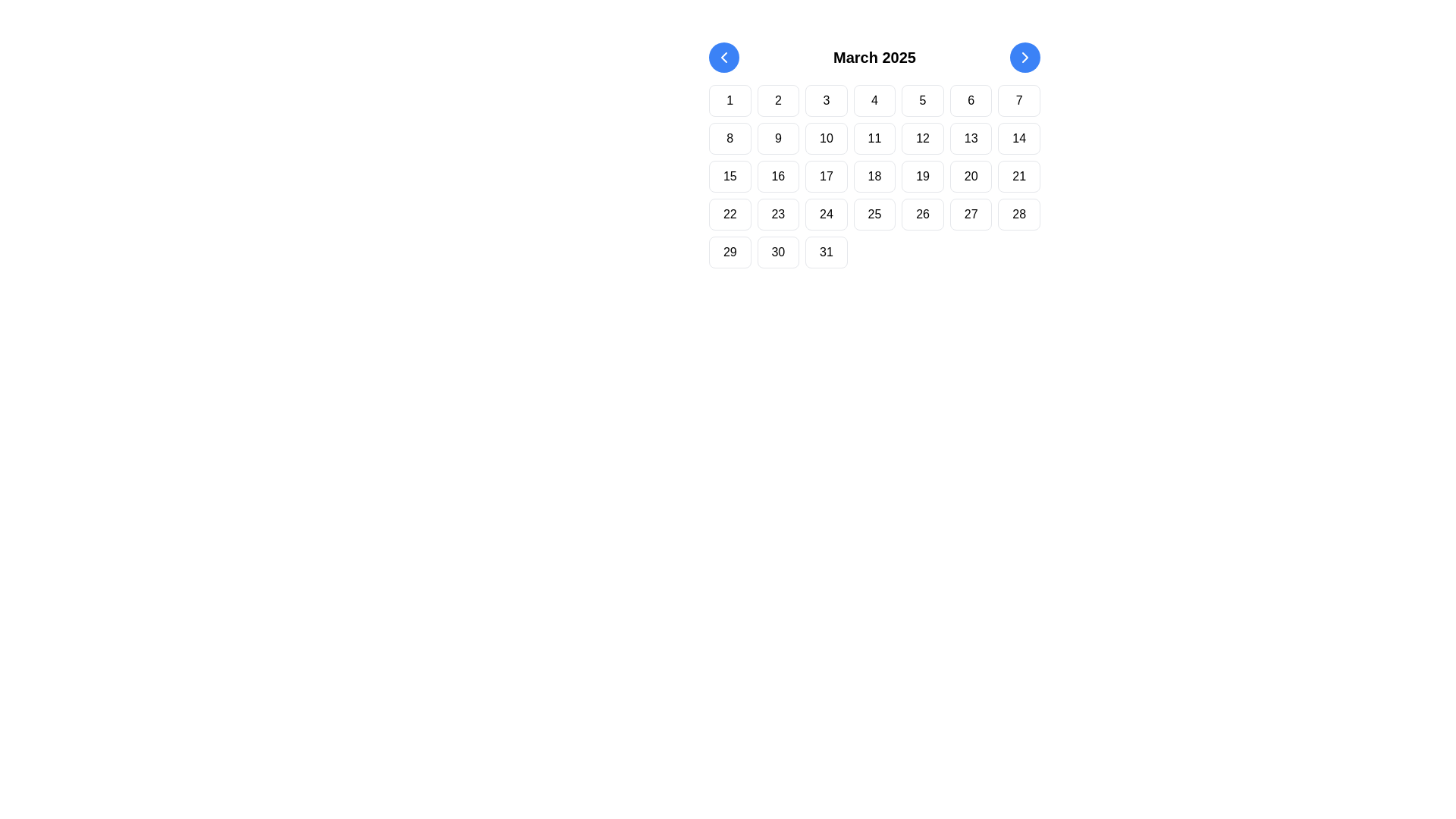 This screenshot has height=819, width=1456. Describe the element at coordinates (723, 57) in the screenshot. I see `the blue circular button with a white leftward arrow icon` at that location.